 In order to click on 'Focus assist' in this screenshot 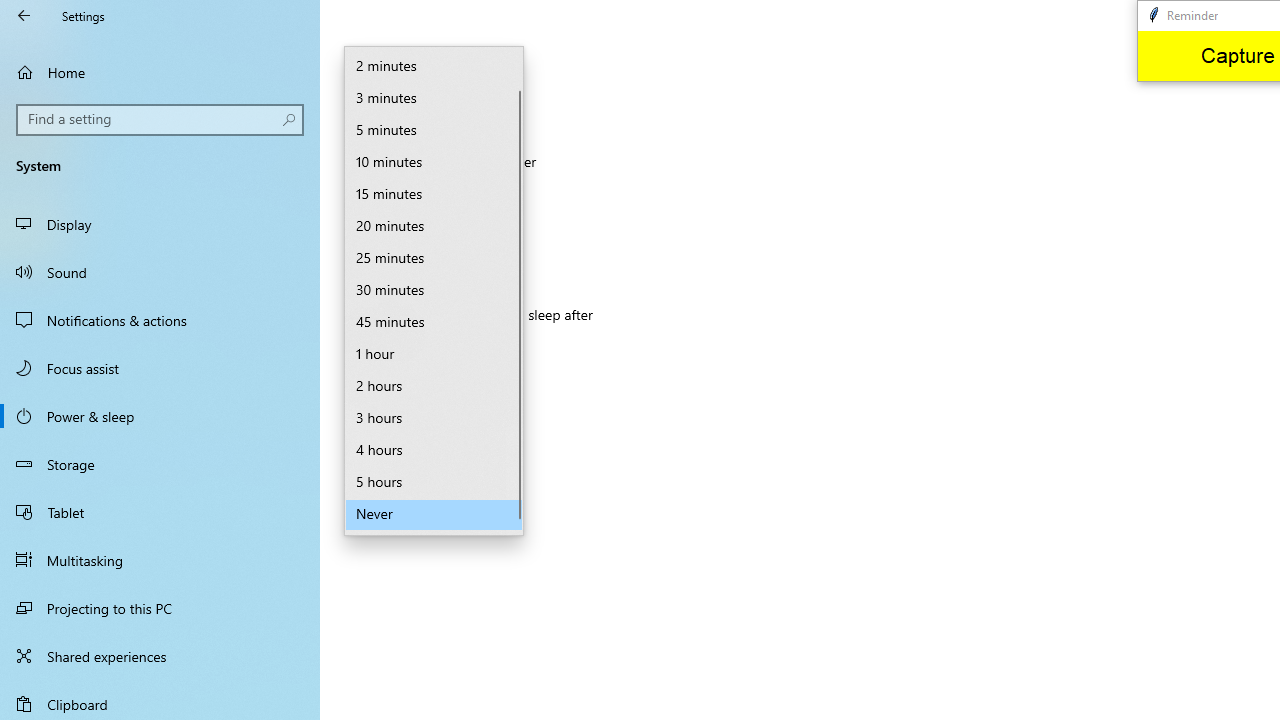, I will do `click(160, 367)`.